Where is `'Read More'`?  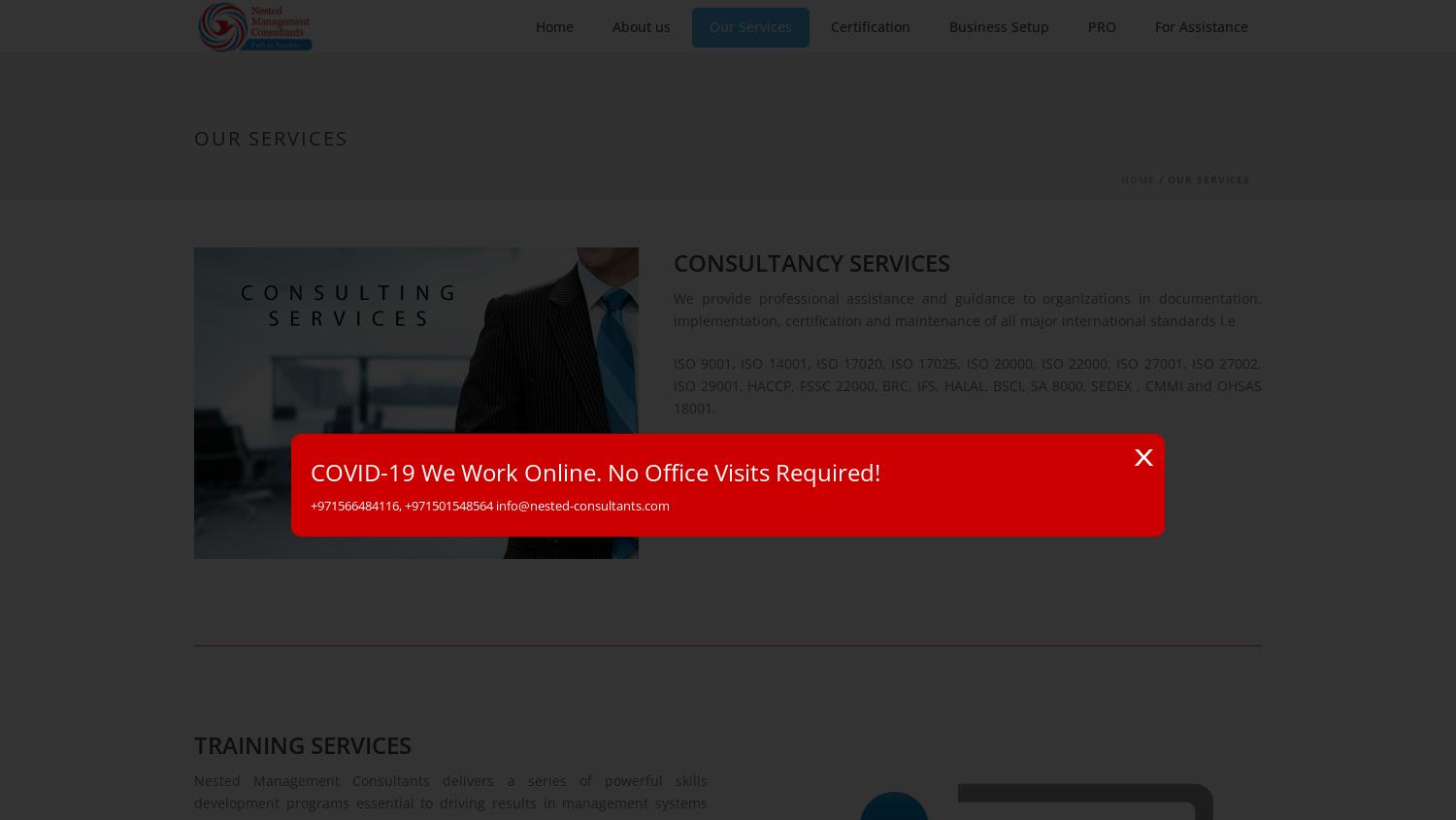
'Read More' is located at coordinates (766, 464).